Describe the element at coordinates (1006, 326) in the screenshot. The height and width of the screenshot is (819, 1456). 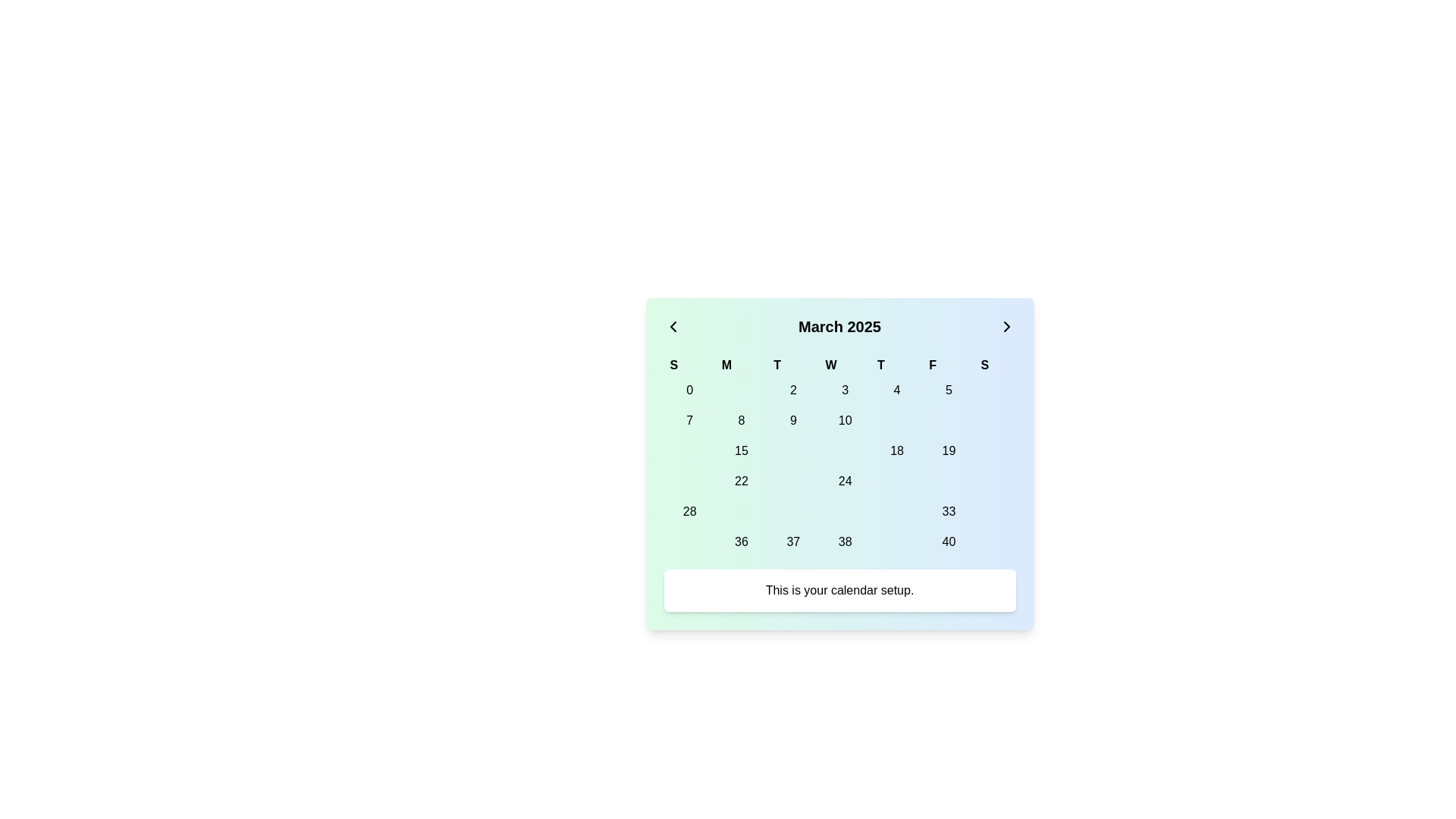
I see `the chevron icon located at the far right of the calendar header bar` at that location.